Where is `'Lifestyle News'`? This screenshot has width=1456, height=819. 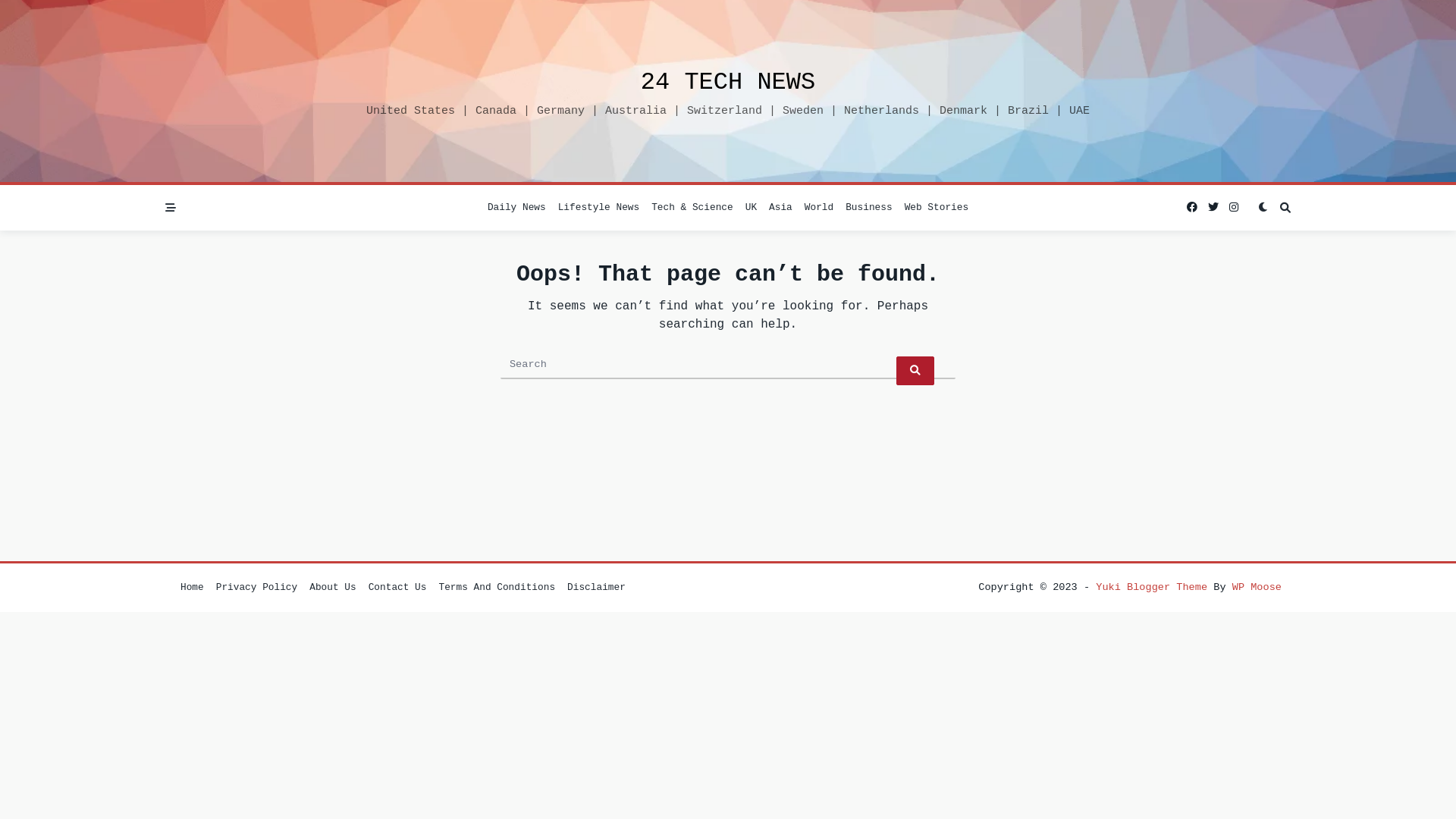 'Lifestyle News' is located at coordinates (598, 207).